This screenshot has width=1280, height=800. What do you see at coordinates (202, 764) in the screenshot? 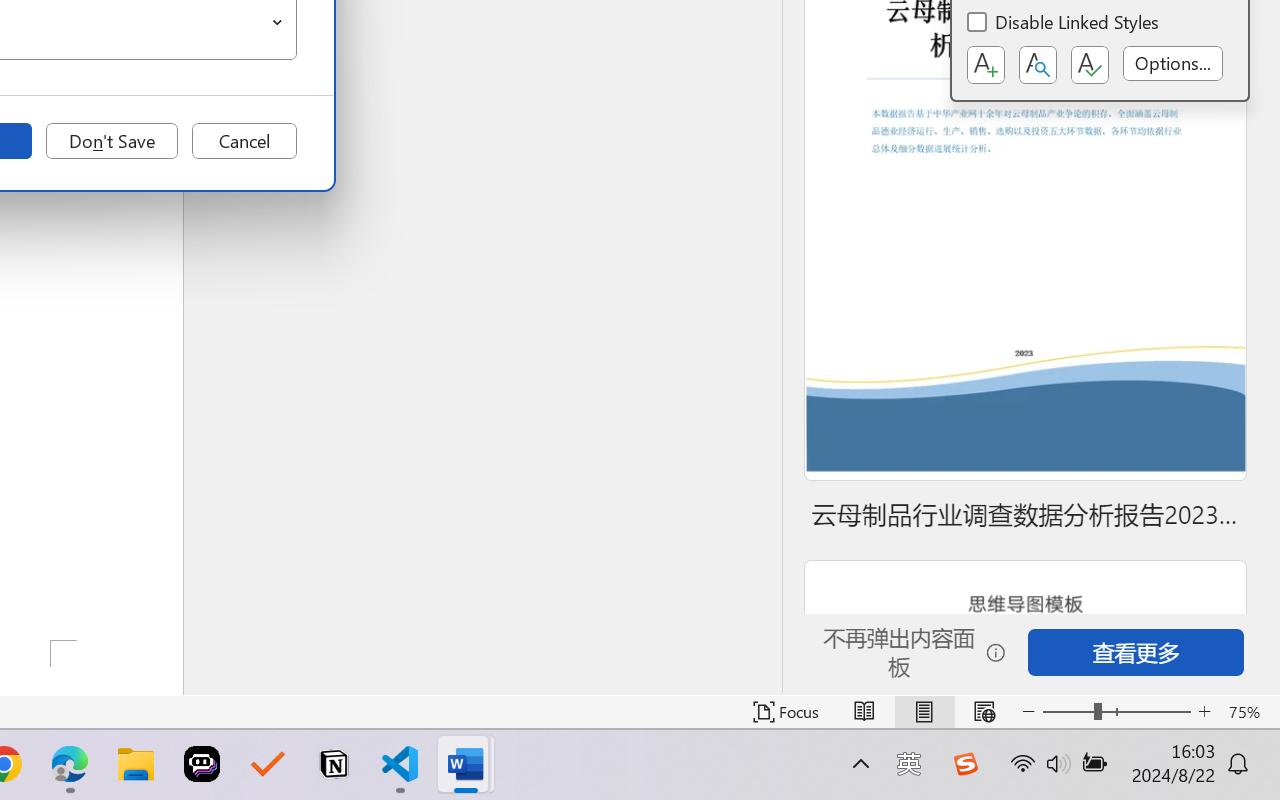
I see `'Poe'` at bounding box center [202, 764].